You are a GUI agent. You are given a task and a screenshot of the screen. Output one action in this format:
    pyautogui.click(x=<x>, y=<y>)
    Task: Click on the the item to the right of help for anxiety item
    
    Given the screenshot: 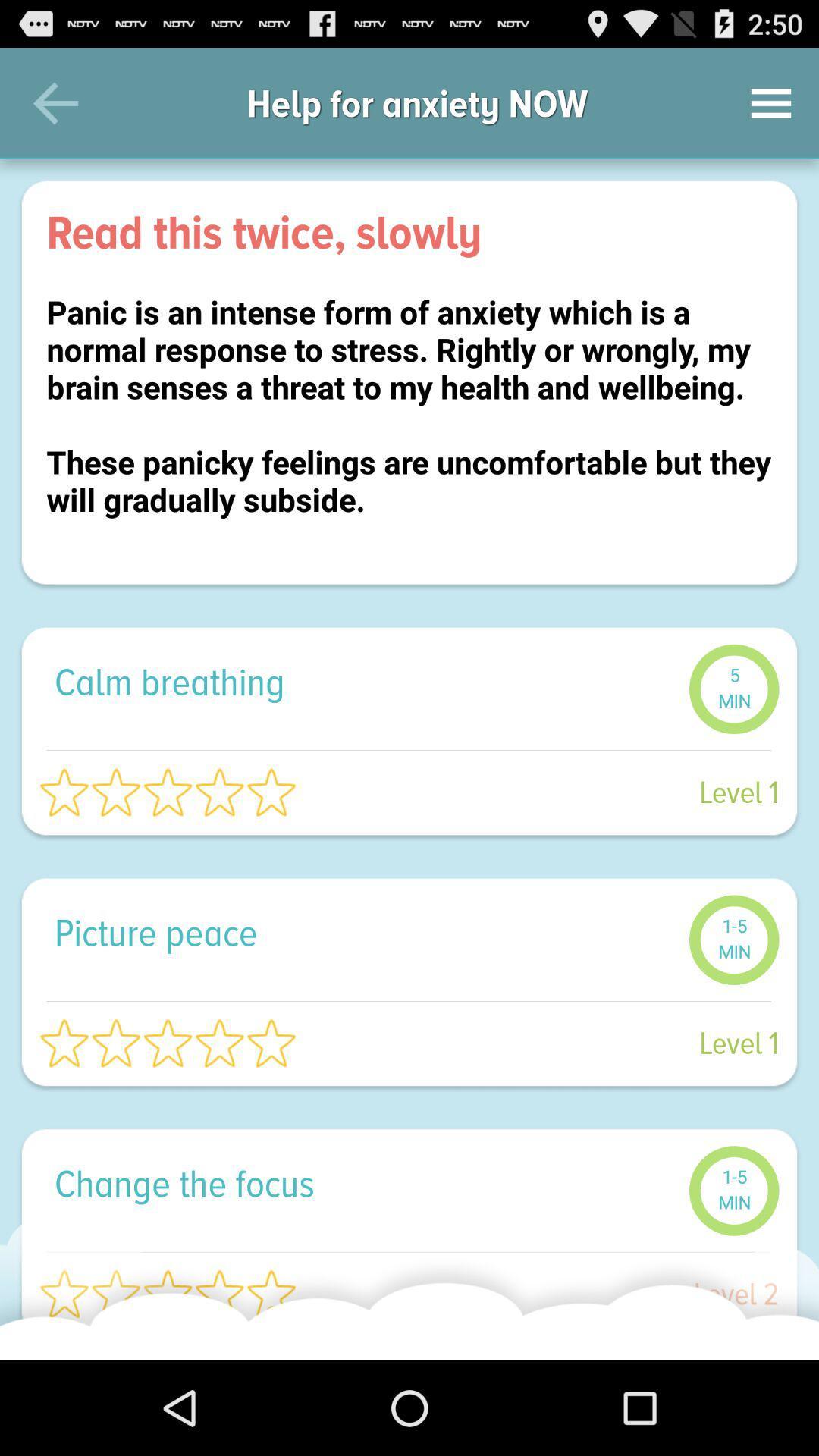 What is the action you would take?
    pyautogui.click(x=771, y=102)
    